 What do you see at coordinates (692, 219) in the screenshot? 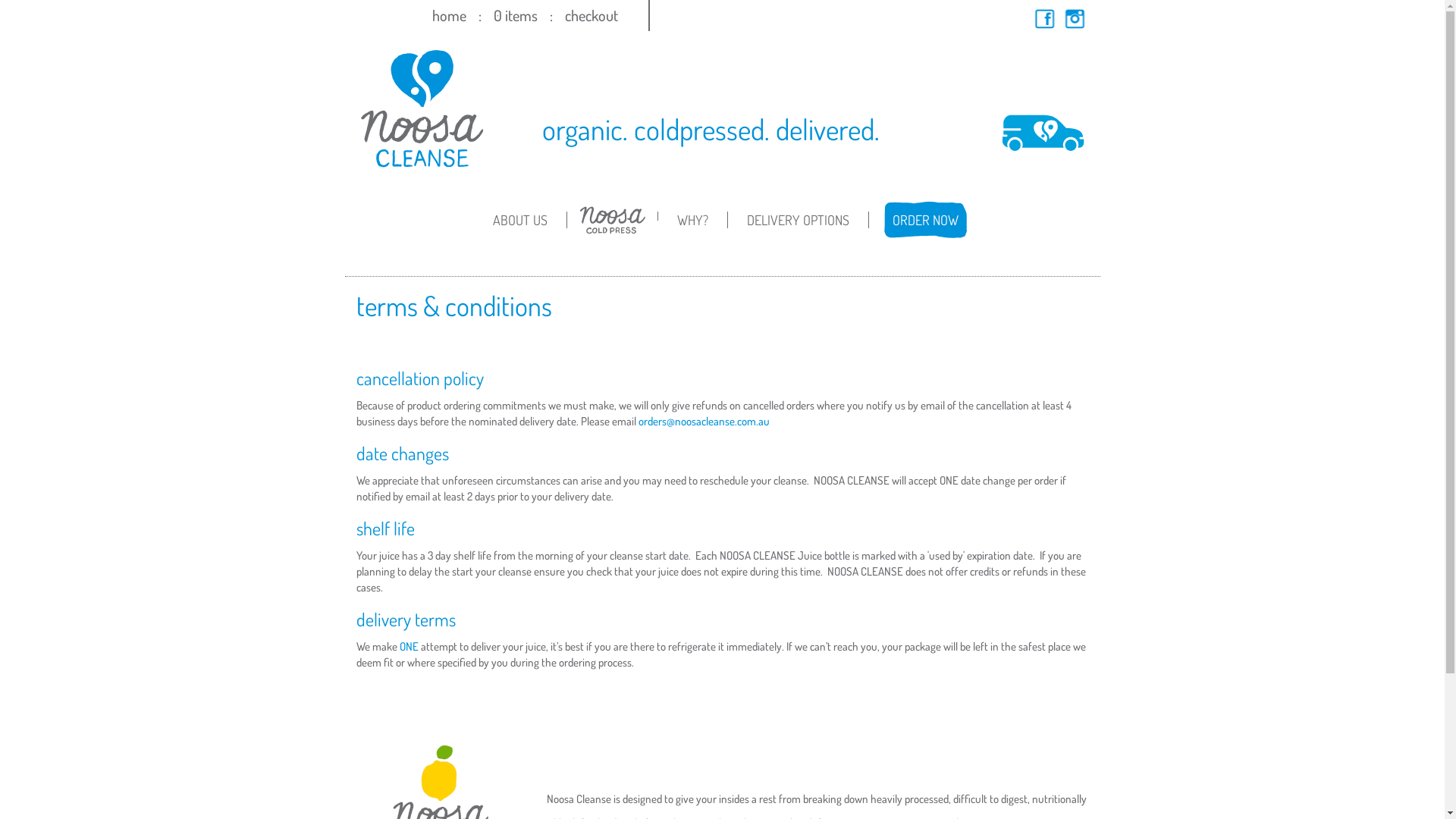
I see `'WHY?'` at bounding box center [692, 219].